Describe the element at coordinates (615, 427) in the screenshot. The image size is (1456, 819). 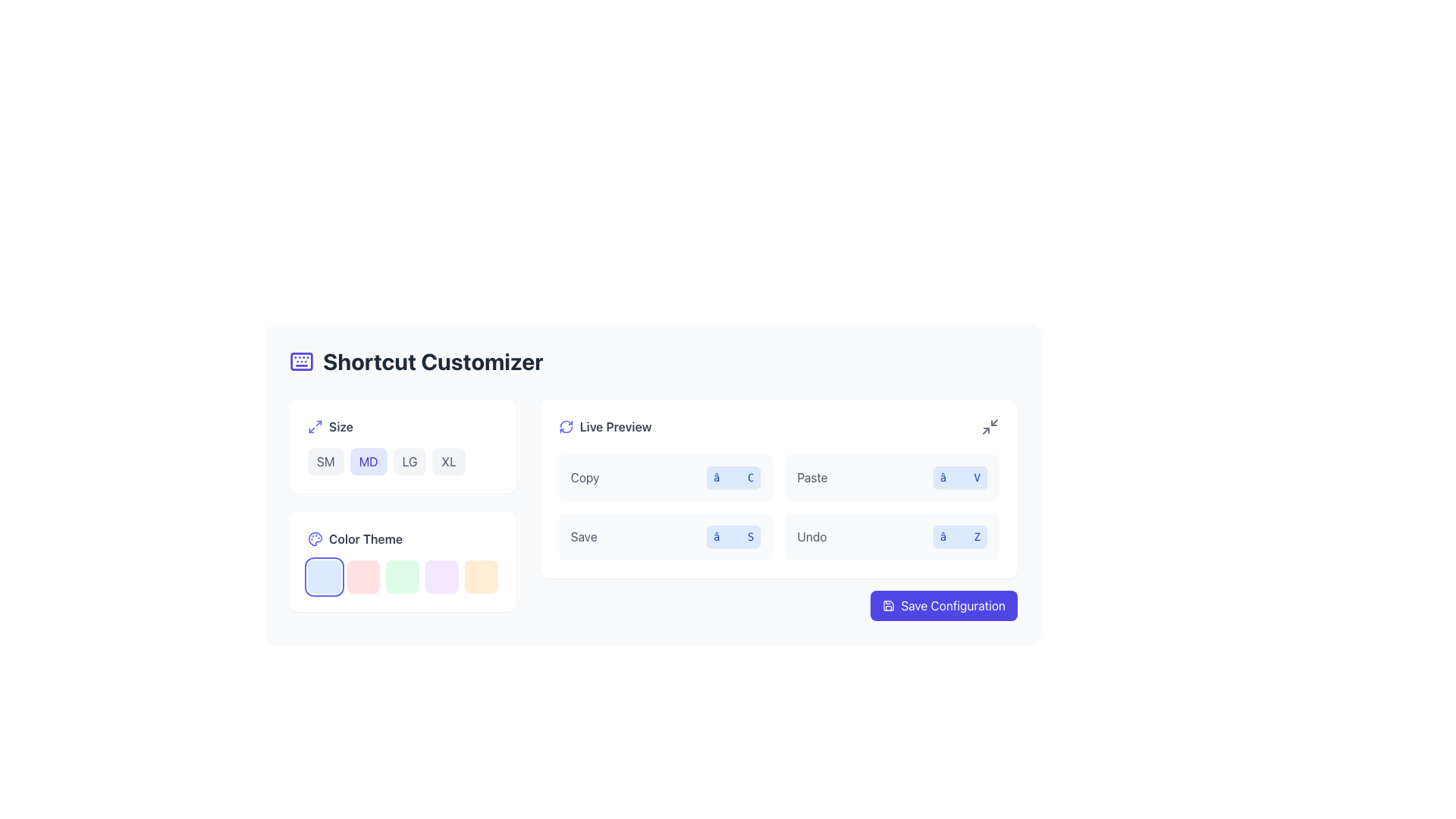
I see `the Text Label that provides context for the interactive components below it, positioned to the right of an icon in the top section of the layout` at that location.